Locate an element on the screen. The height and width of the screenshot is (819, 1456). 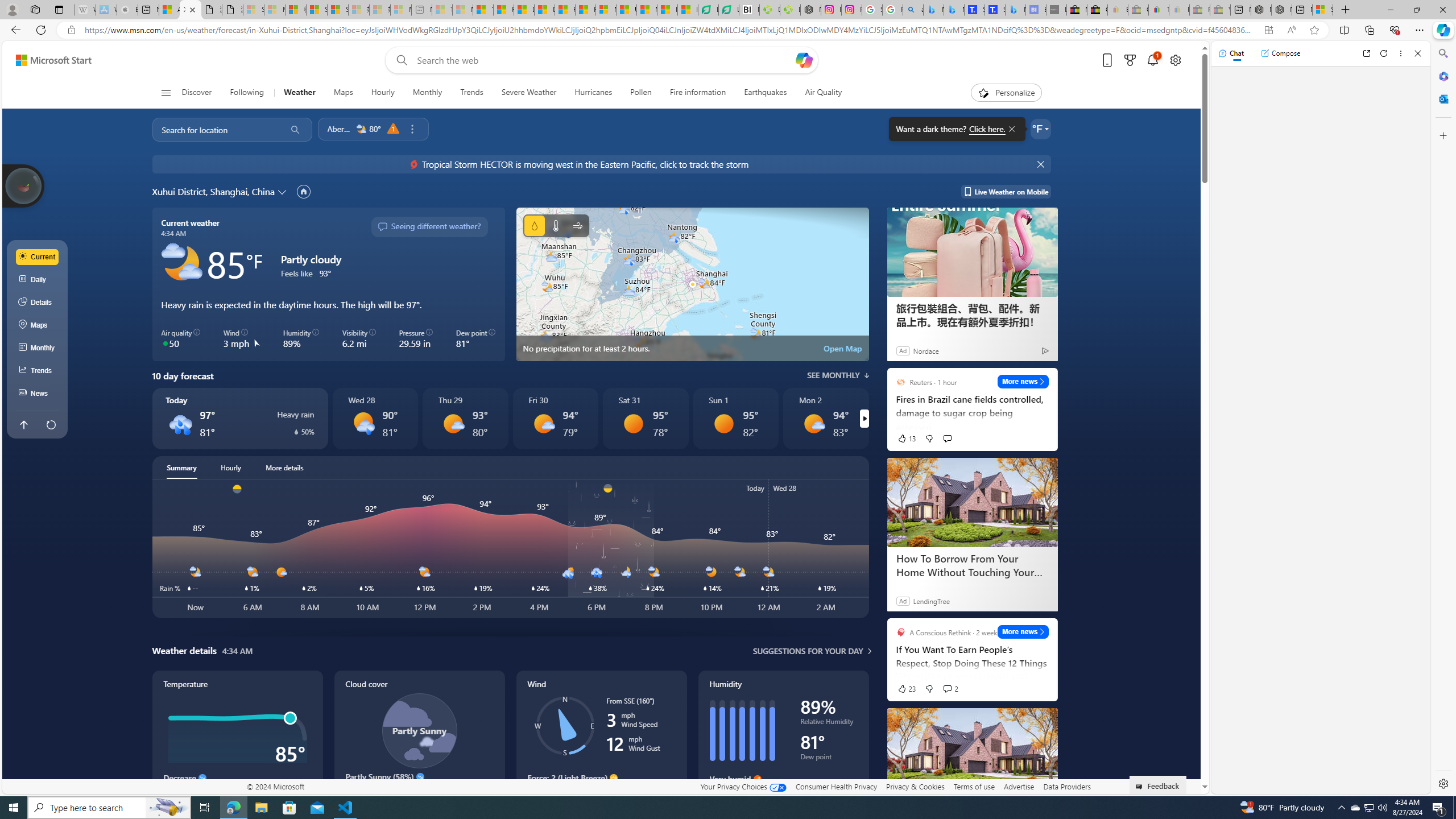
'Open Map' is located at coordinates (842, 348).